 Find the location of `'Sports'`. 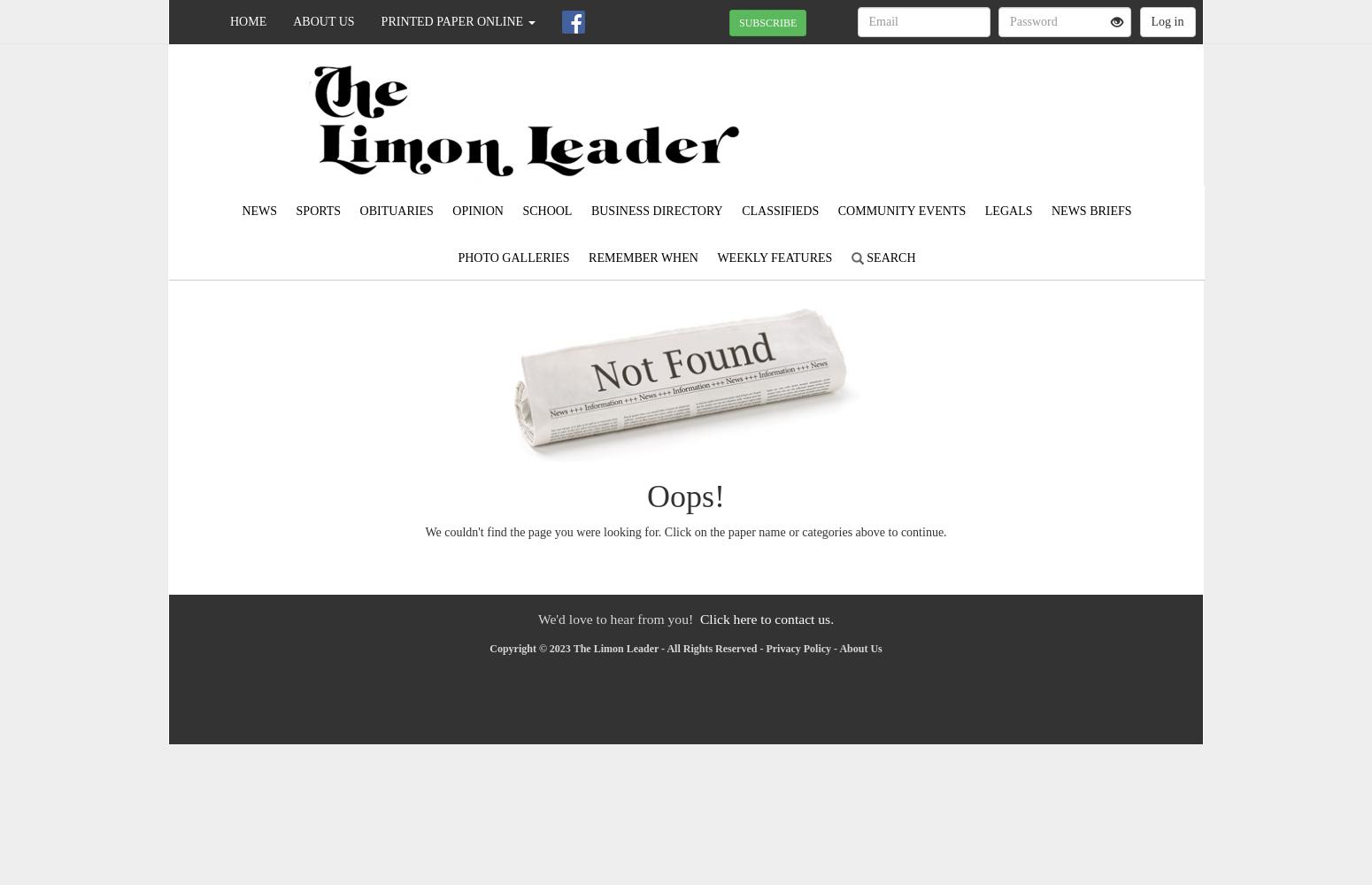

'Sports' is located at coordinates (317, 210).